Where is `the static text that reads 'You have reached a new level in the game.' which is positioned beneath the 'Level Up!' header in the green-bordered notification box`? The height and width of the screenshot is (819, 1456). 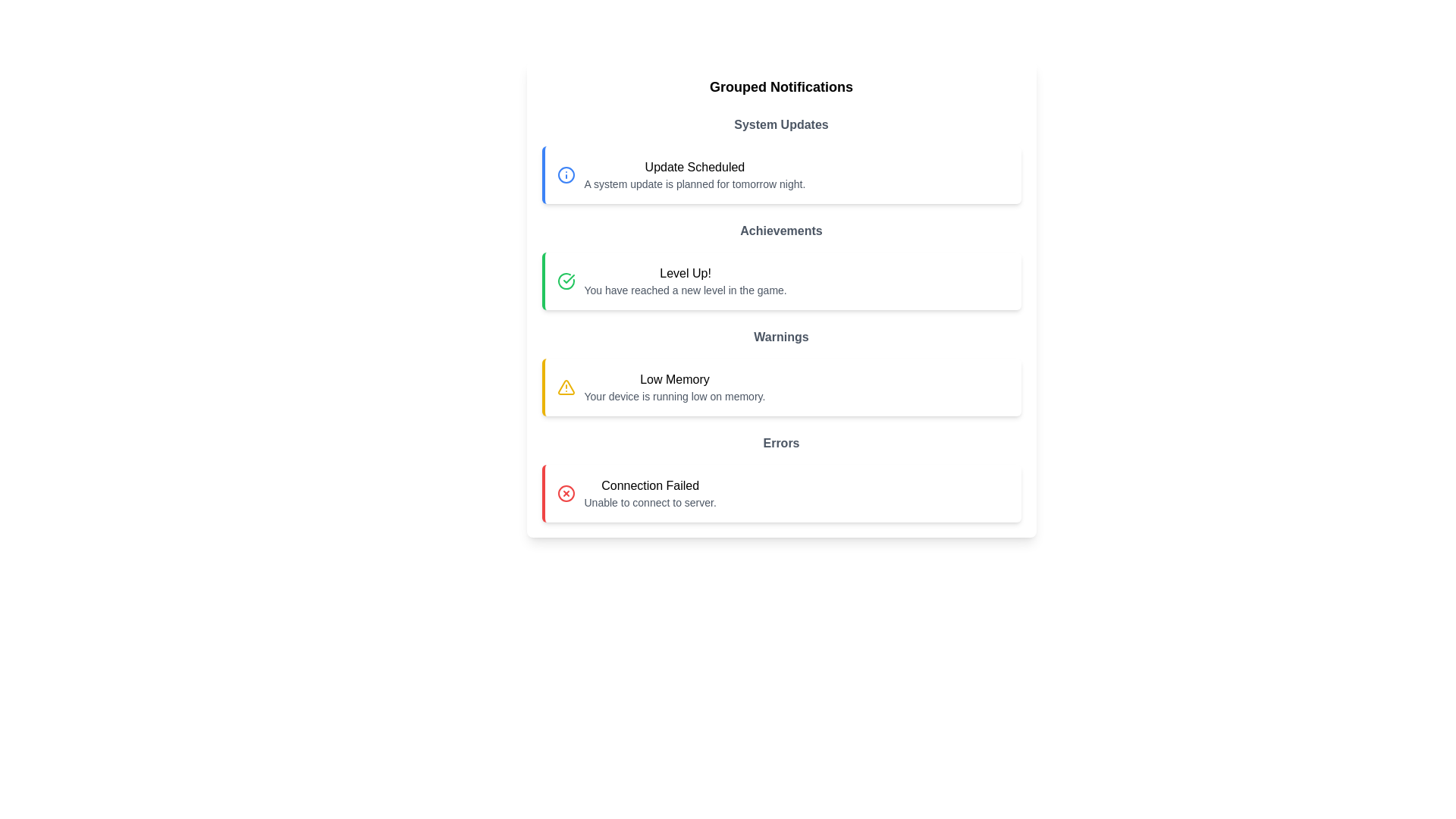
the static text that reads 'You have reached a new level in the game.' which is positioned beneath the 'Level Up!' header in the green-bordered notification box is located at coordinates (685, 290).